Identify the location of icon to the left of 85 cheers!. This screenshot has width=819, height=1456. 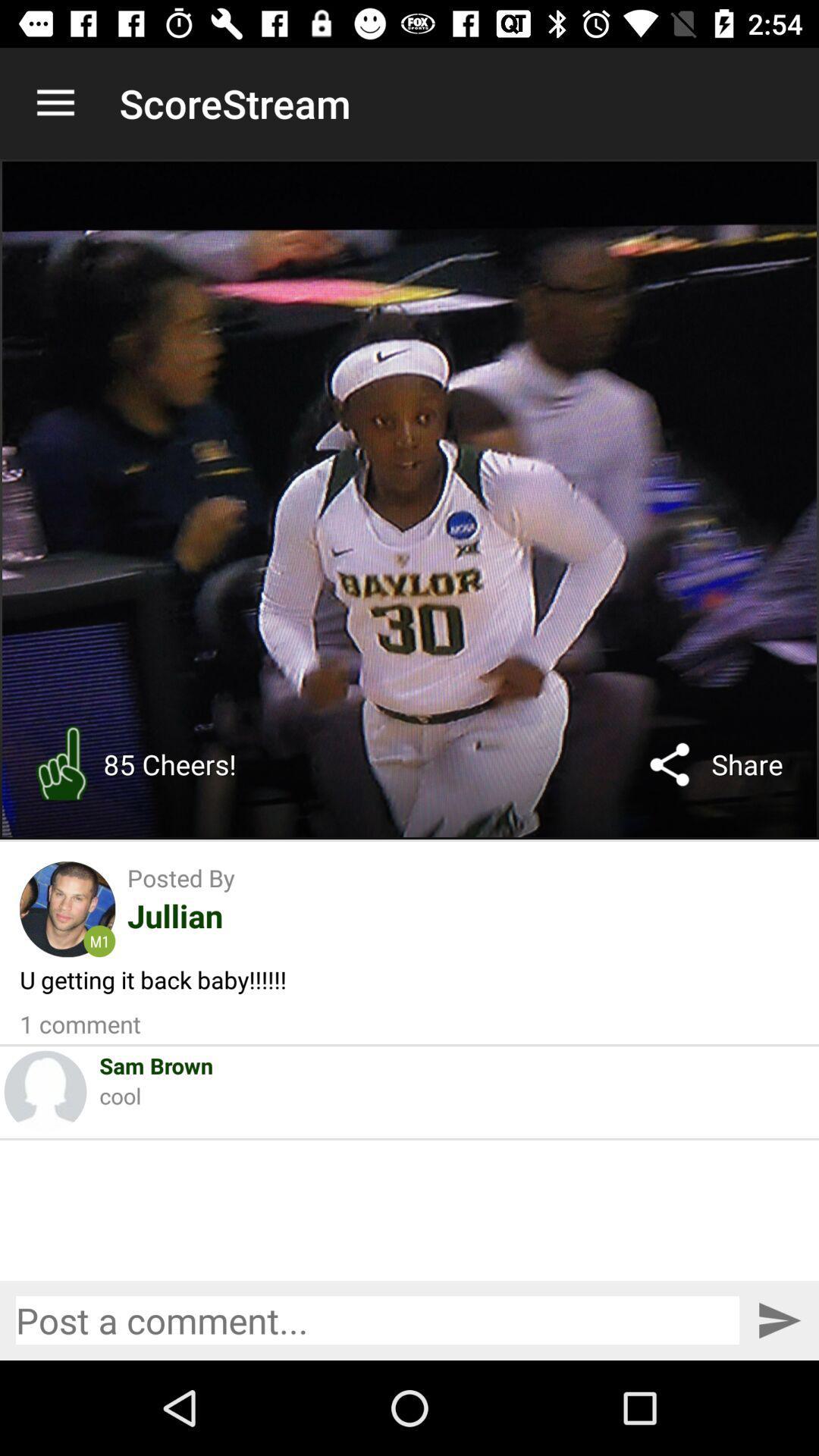
(61, 764).